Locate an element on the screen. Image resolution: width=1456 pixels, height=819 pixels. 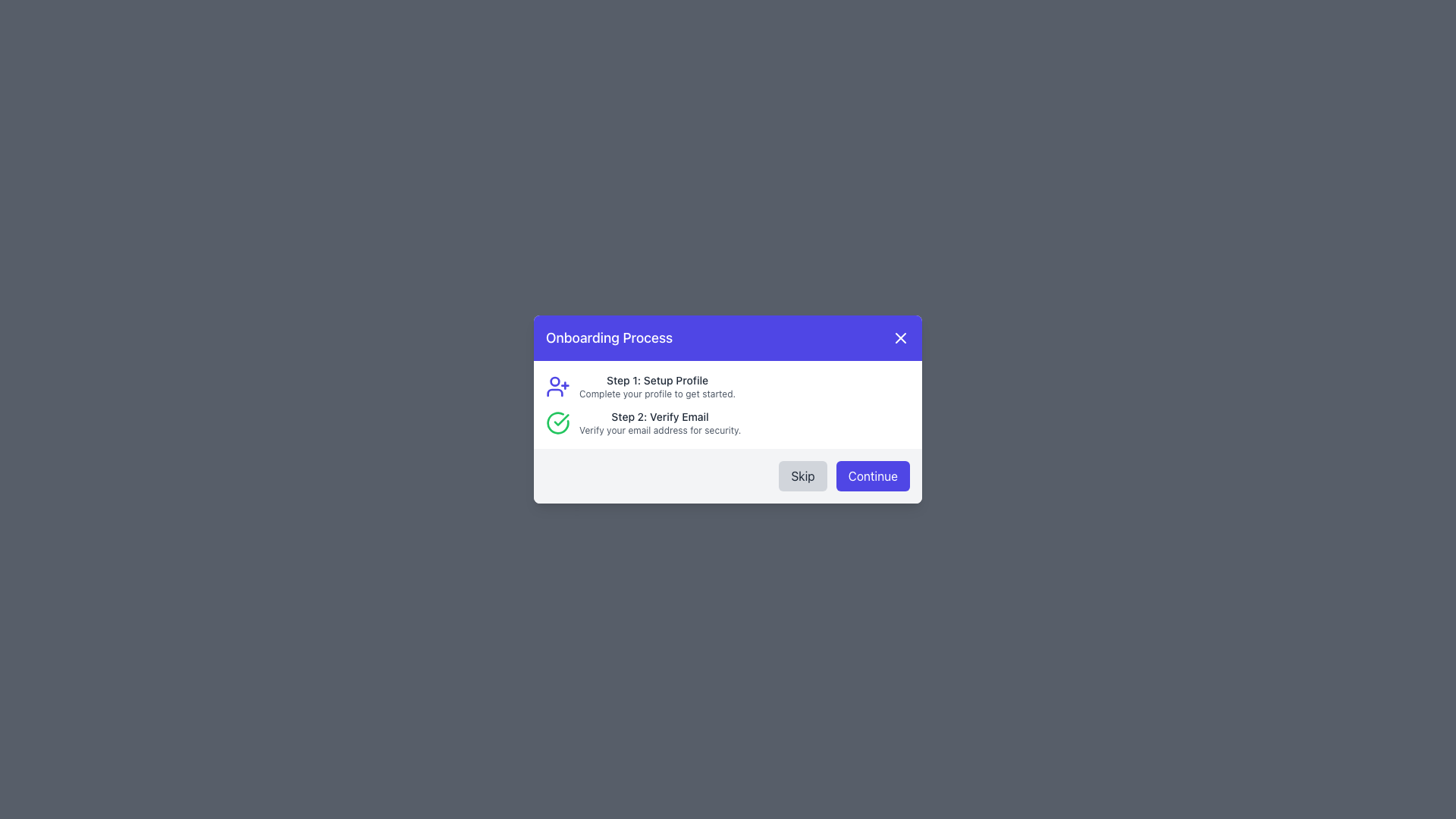
the small circular shape within the SVG graphic that represents a user-themed icon in the top-left corner of the onboarding modal is located at coordinates (554, 380).